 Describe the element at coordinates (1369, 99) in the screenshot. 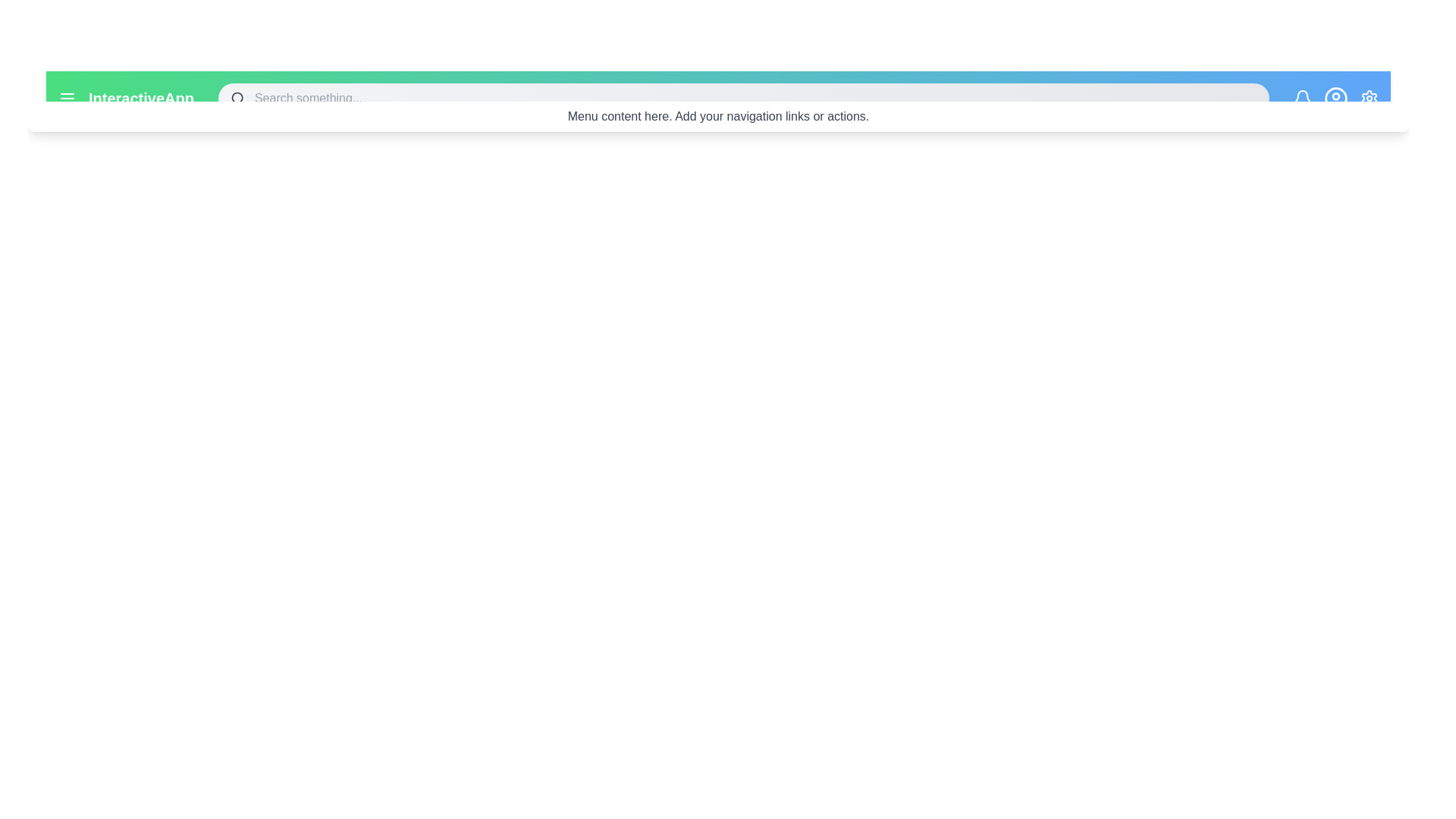

I see `the settings icon in the EnhancedActionBar` at that location.